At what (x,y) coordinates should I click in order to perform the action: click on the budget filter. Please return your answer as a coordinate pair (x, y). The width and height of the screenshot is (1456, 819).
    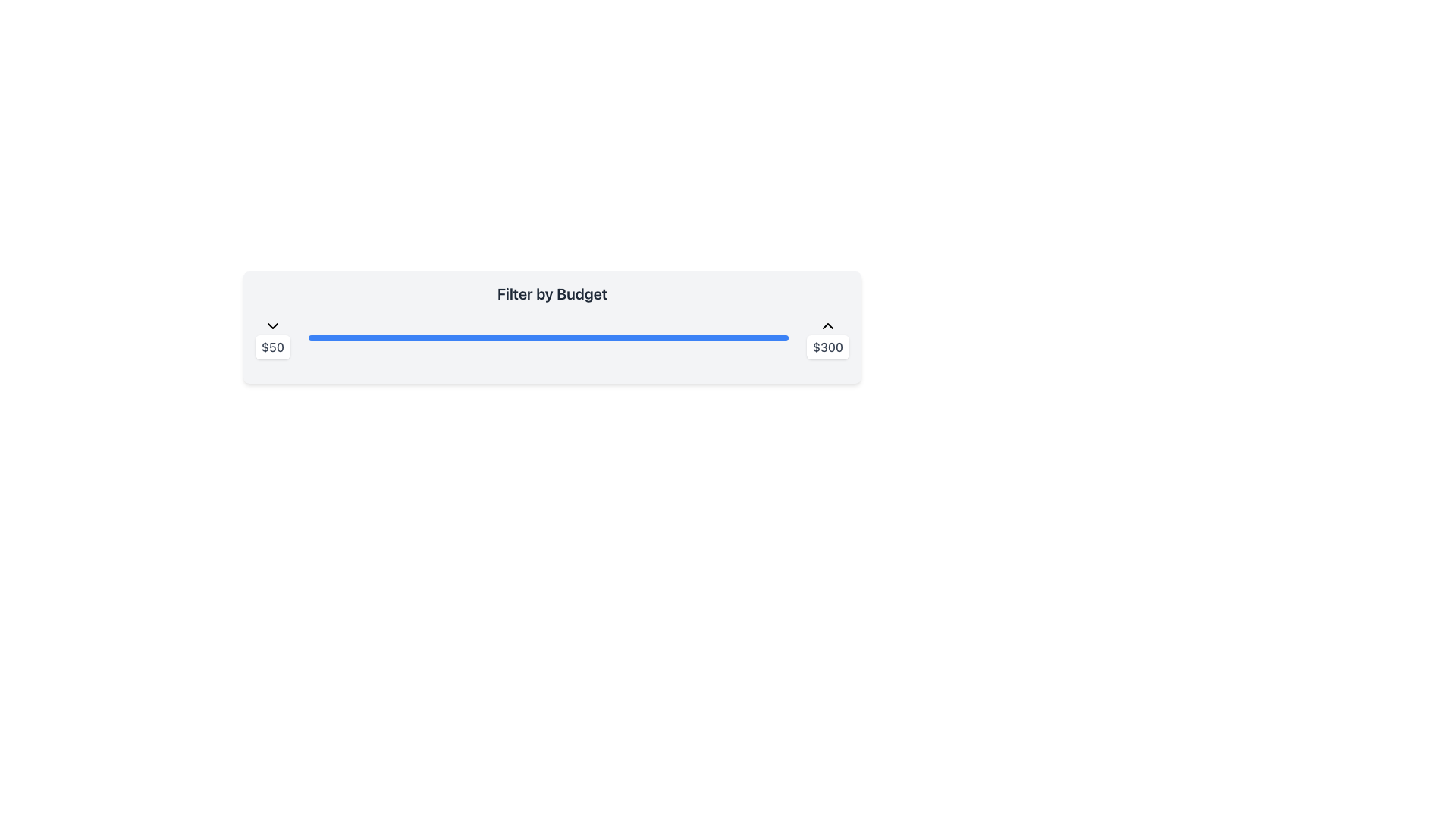
    Looking at the image, I should click on (513, 337).